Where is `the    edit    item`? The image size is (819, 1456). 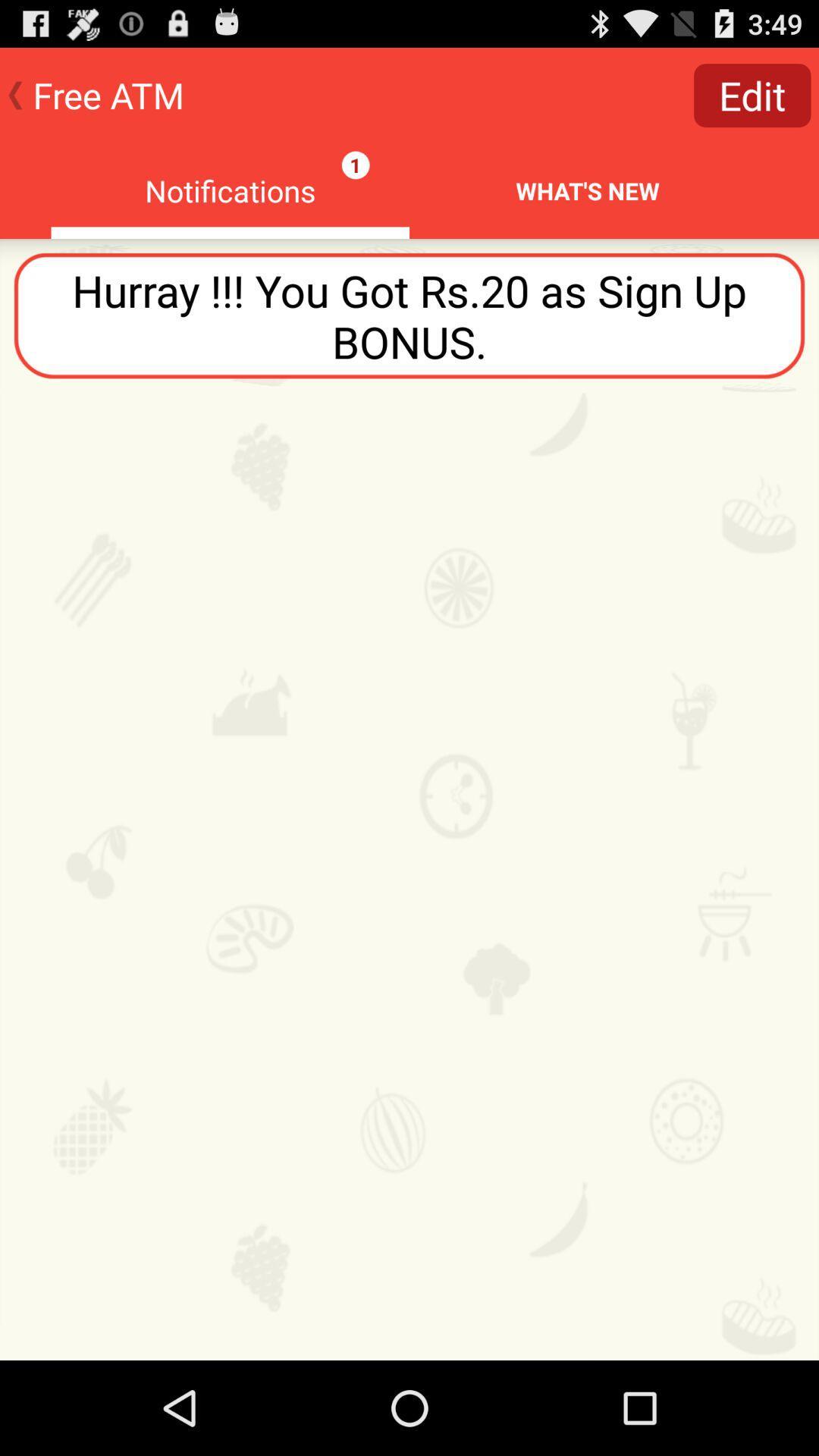
the    edit    item is located at coordinates (752, 94).